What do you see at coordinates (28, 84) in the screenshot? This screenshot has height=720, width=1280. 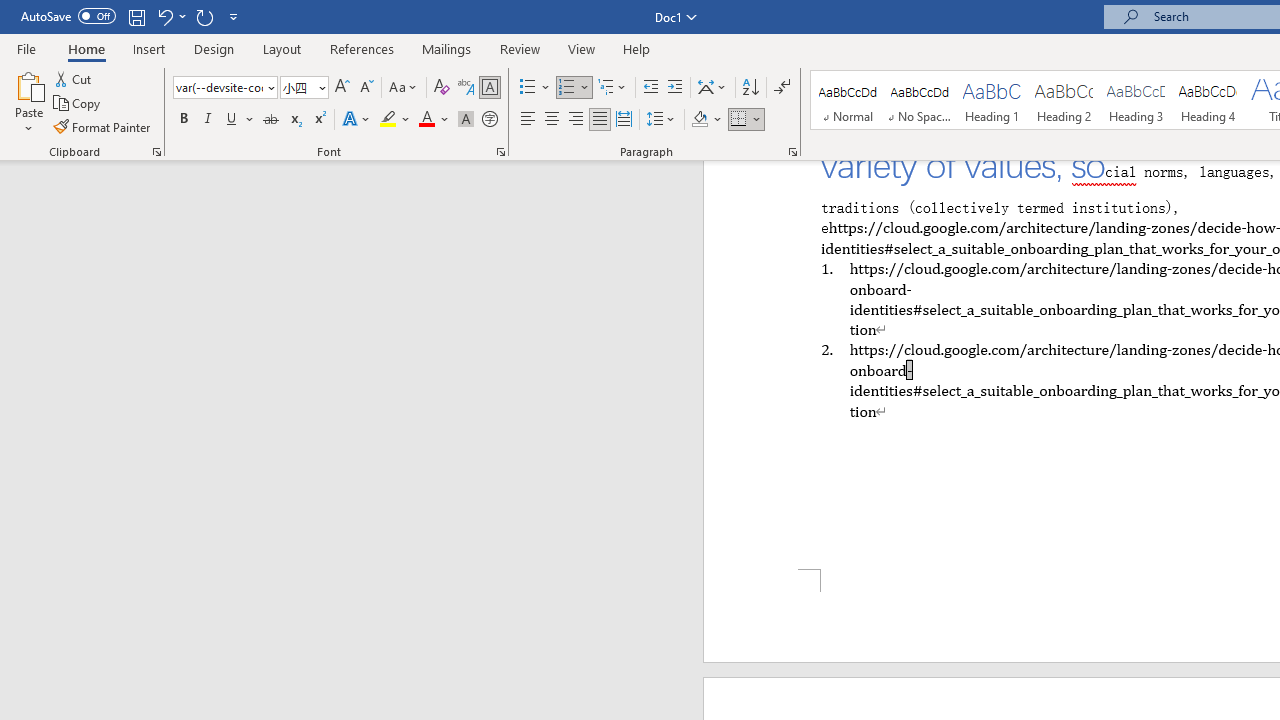 I see `'Paste'` at bounding box center [28, 84].